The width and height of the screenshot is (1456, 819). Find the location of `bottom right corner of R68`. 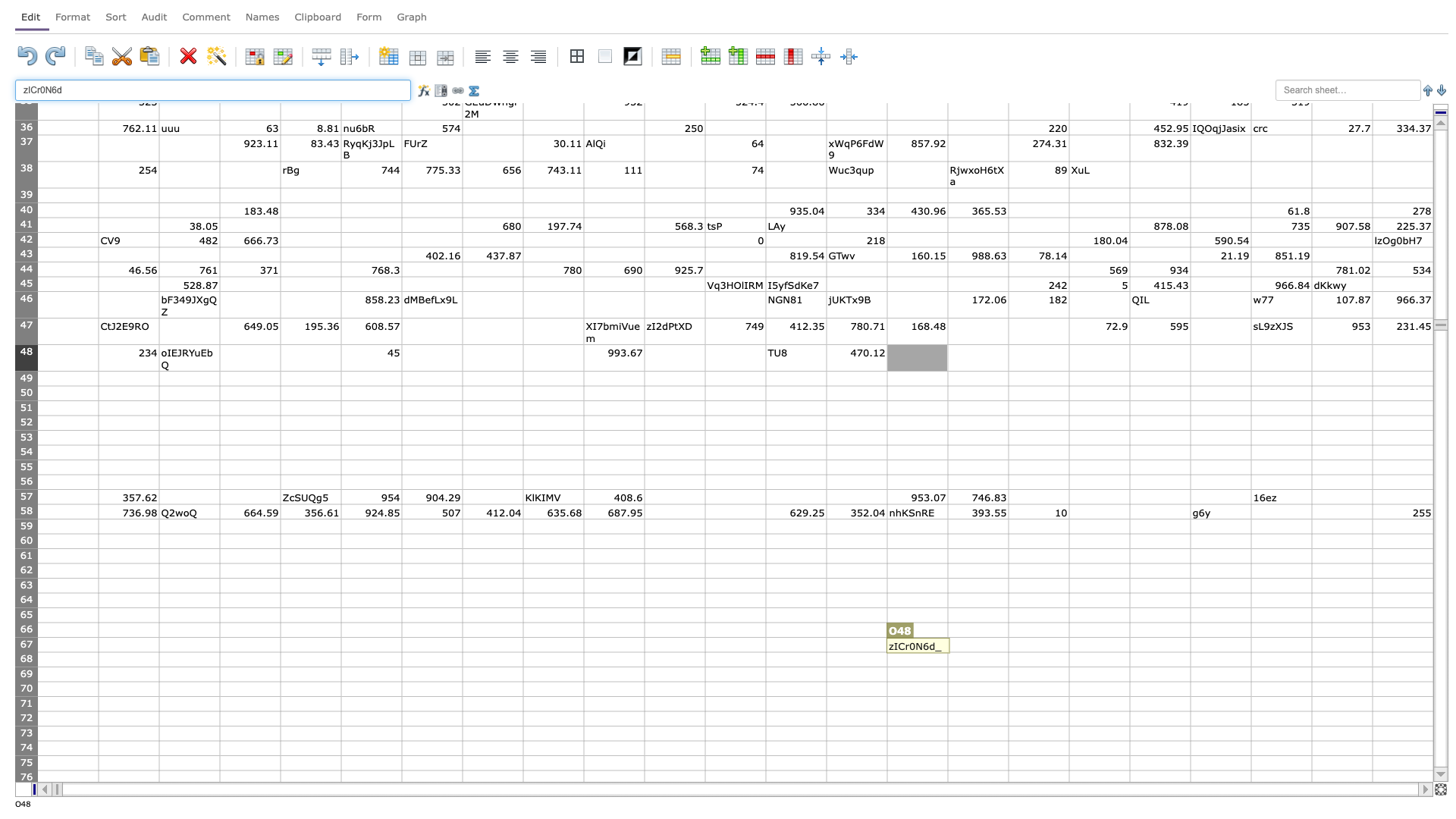

bottom right corner of R68 is located at coordinates (1129, 666).